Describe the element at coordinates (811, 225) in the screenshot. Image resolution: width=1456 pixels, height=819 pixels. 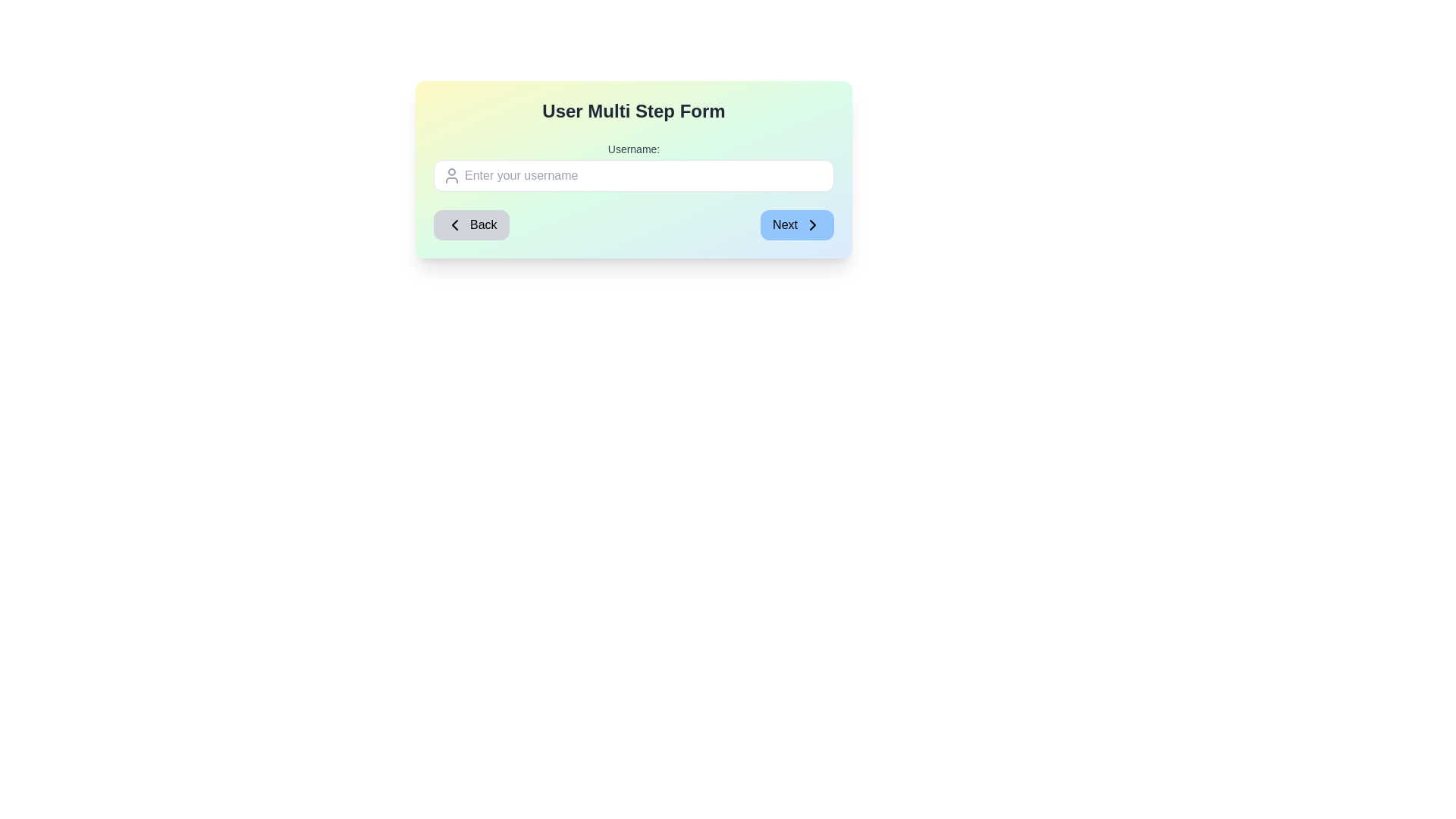
I see `the chevron icon that indicates progression to the next step in the User Multi Step Form interface, located to the right of the Next button` at that location.